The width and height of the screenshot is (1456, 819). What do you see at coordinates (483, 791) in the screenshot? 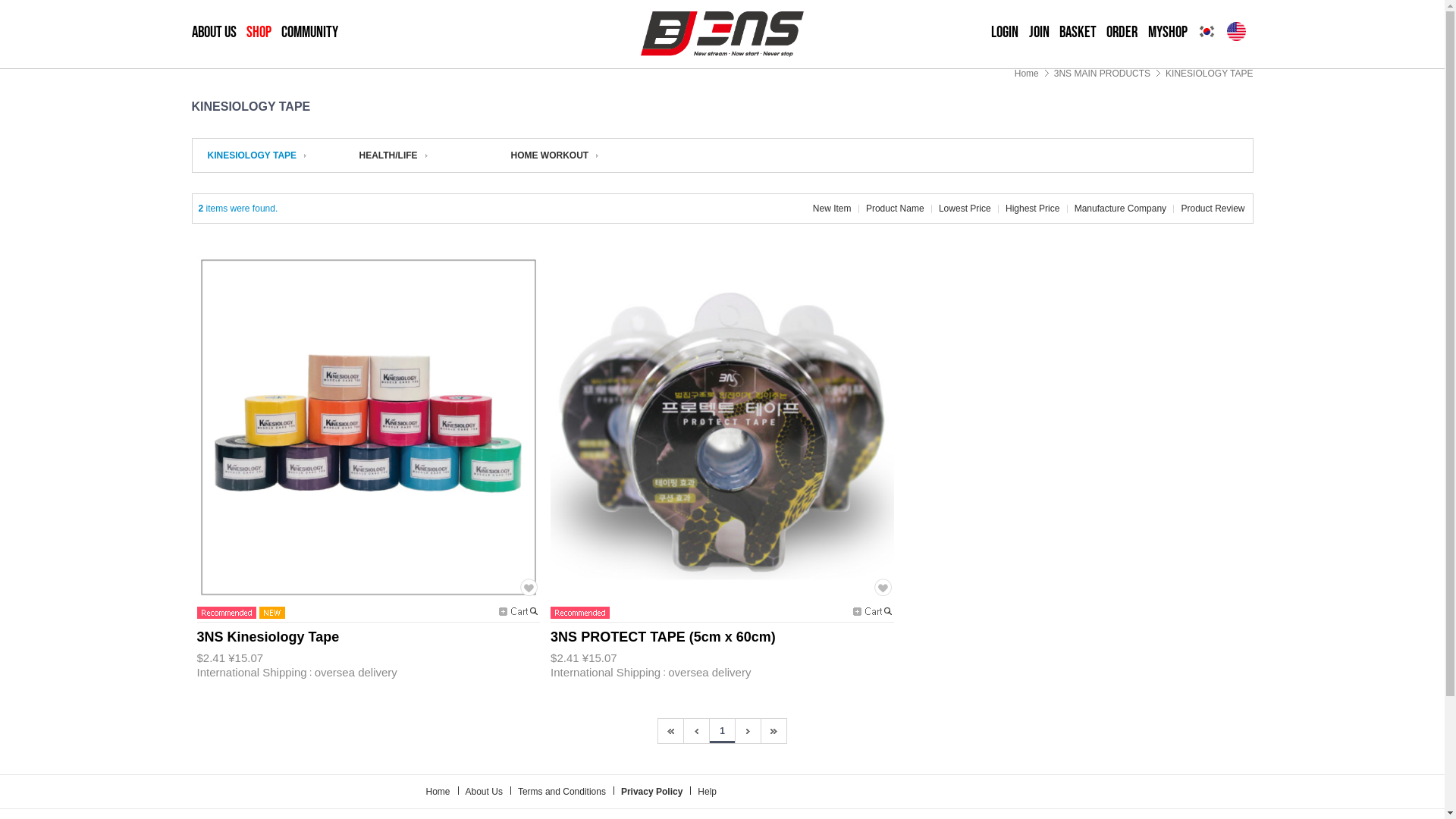
I see `'About Us'` at bounding box center [483, 791].